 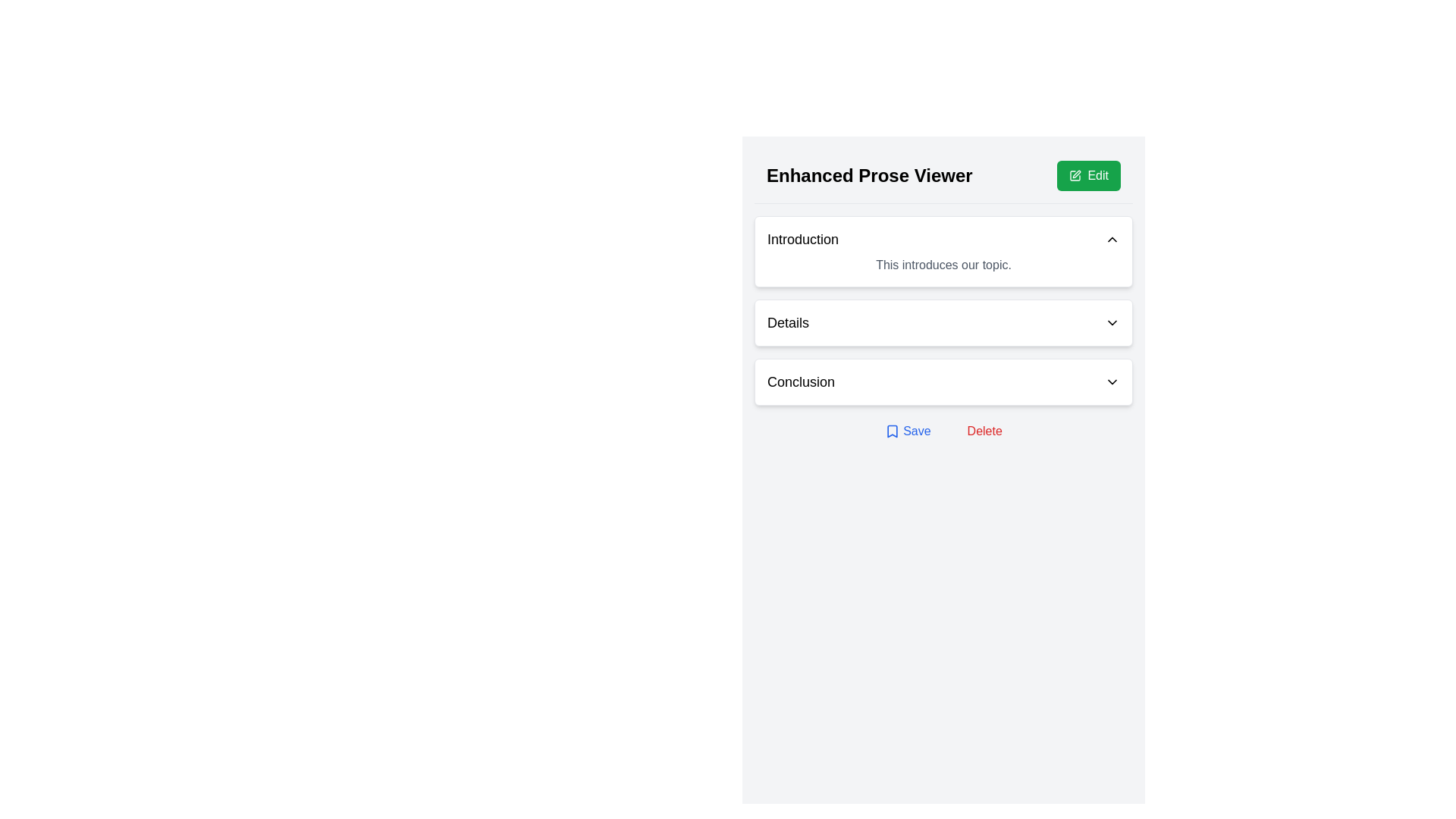 I want to click on the Chevron icon located at the far right of the 'Introduction' section header to trigger a tooltip, so click(x=1112, y=239).